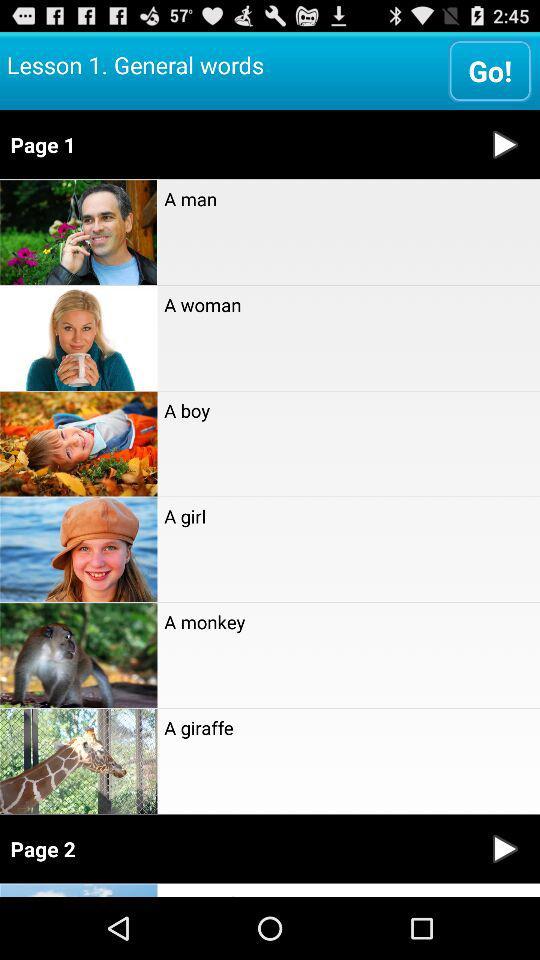  Describe the element at coordinates (504, 848) in the screenshot. I see `next page` at that location.